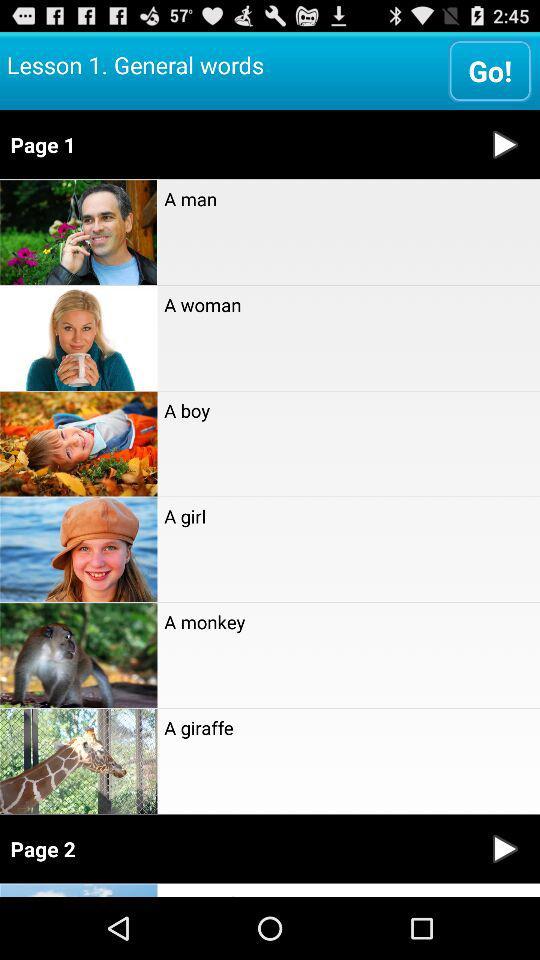  Describe the element at coordinates (504, 848) in the screenshot. I see `next page` at that location.